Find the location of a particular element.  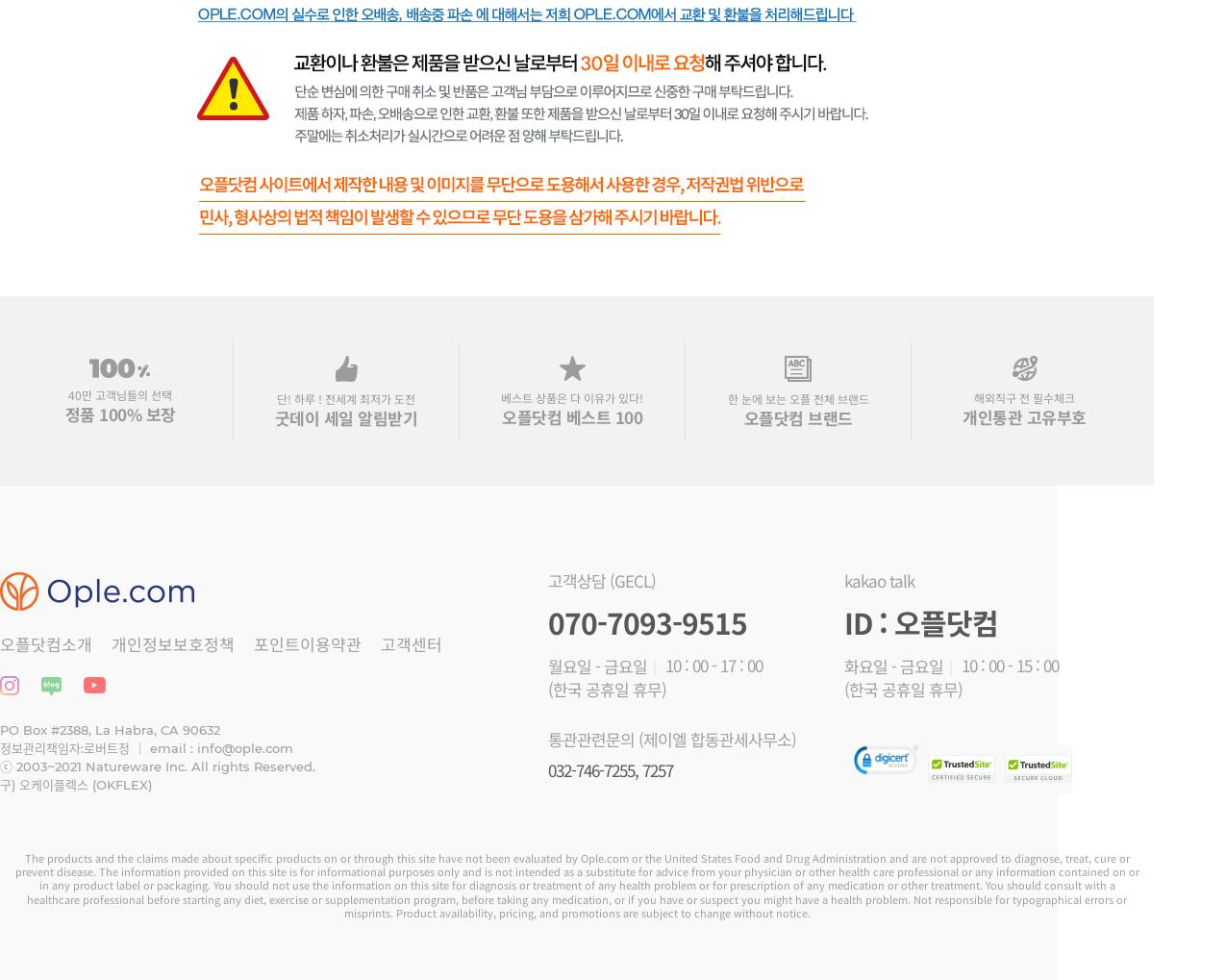

'정보관리책임자:로버트정     ｜' is located at coordinates (74, 745).